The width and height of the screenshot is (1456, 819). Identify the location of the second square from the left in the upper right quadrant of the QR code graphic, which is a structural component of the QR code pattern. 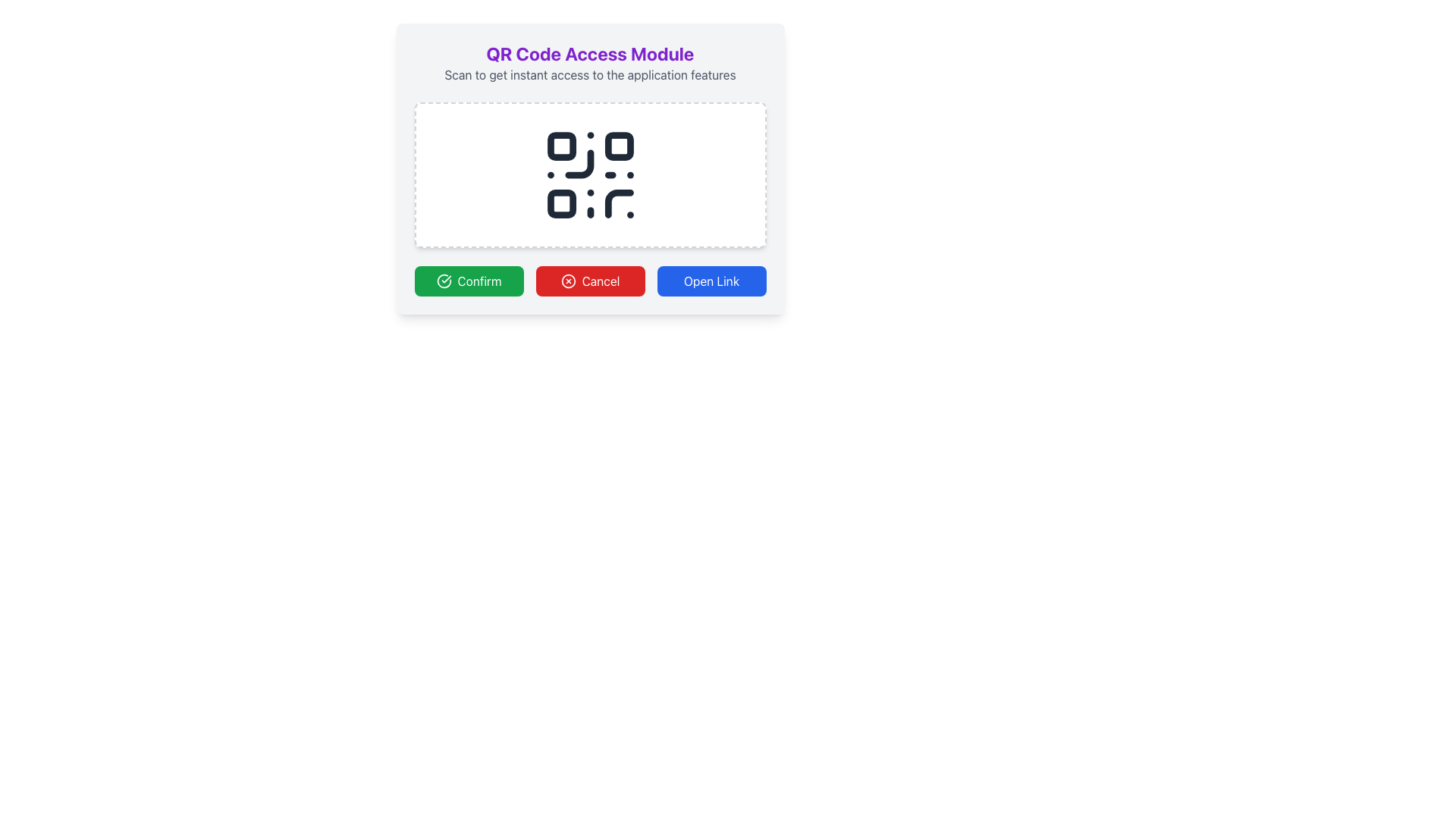
(619, 146).